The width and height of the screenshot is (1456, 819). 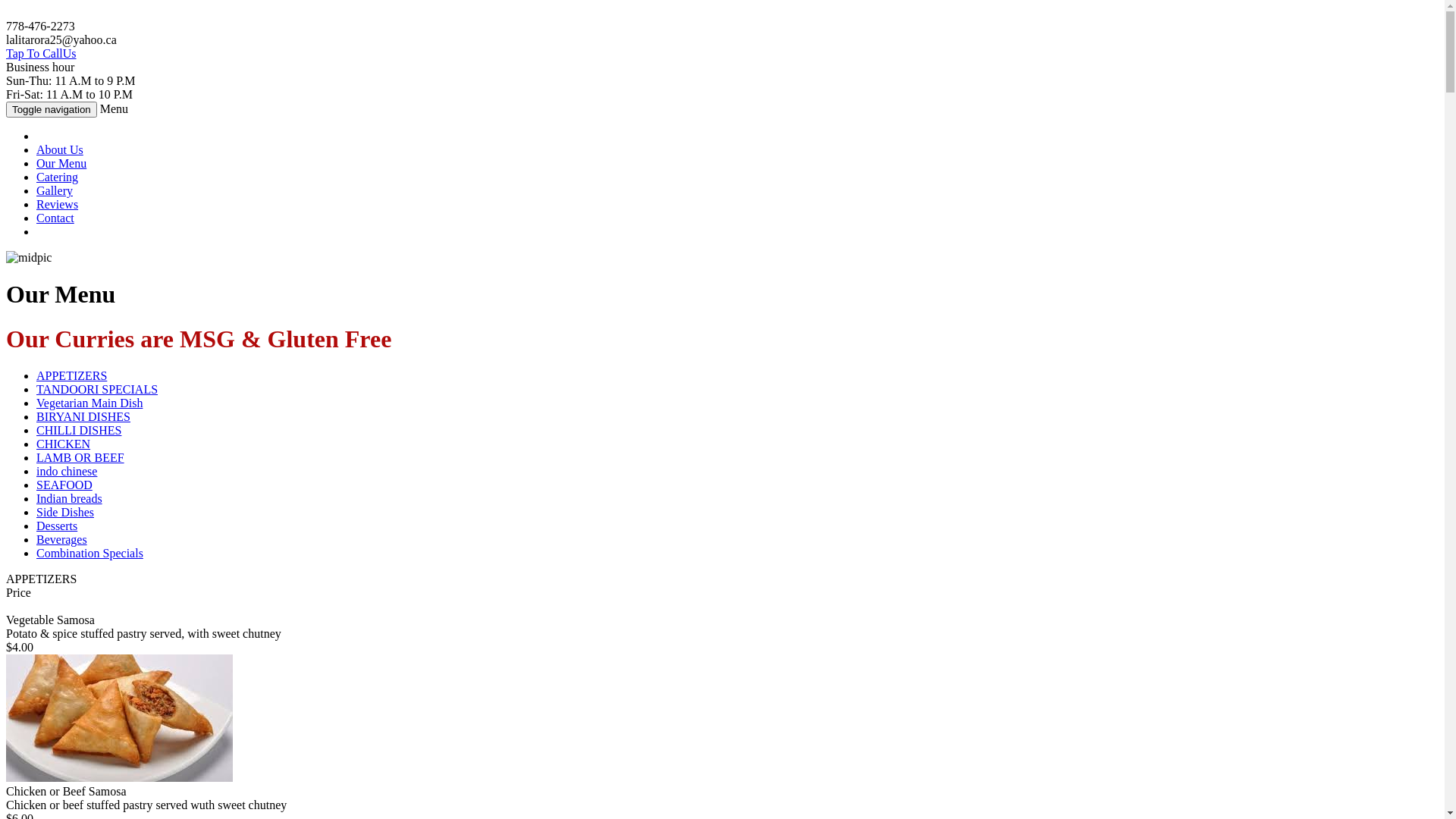 I want to click on 'Our Menu', so click(x=61, y=163).